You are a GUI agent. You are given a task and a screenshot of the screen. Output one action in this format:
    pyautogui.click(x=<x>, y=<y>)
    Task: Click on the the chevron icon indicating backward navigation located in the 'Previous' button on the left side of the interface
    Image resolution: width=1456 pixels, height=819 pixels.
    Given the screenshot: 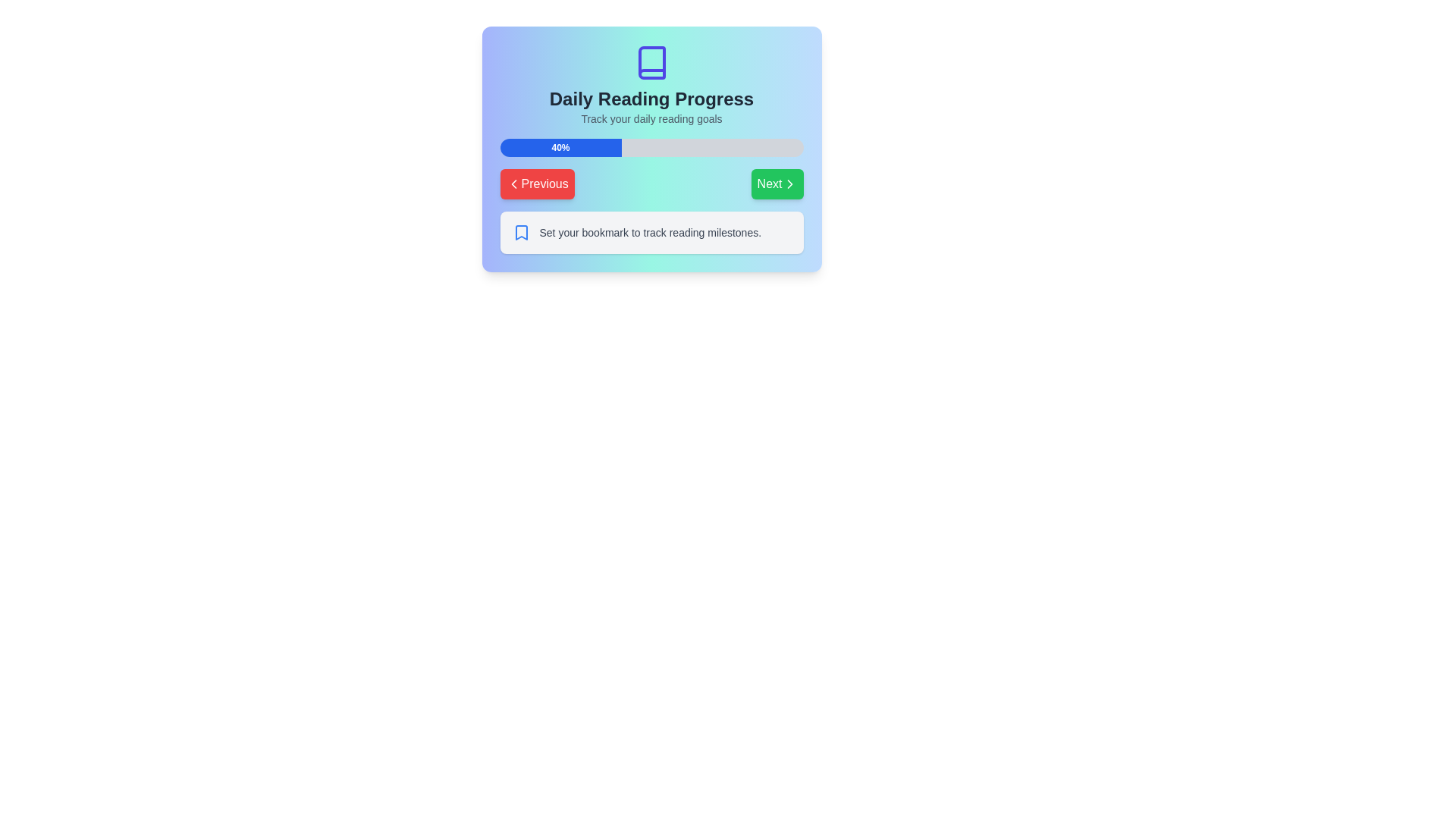 What is the action you would take?
    pyautogui.click(x=513, y=184)
    